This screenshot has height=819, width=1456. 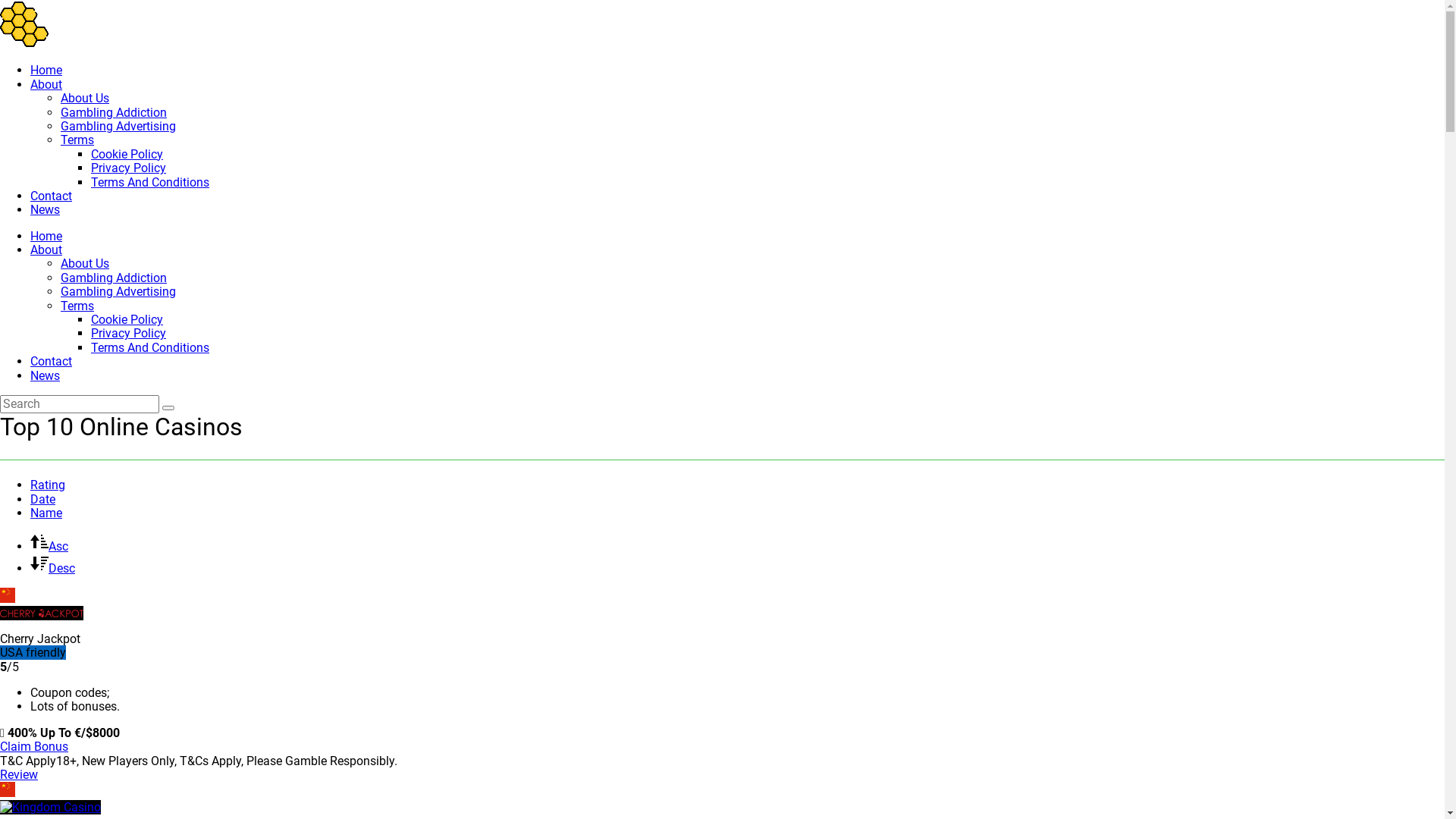 What do you see at coordinates (76, 140) in the screenshot?
I see `'Terms'` at bounding box center [76, 140].